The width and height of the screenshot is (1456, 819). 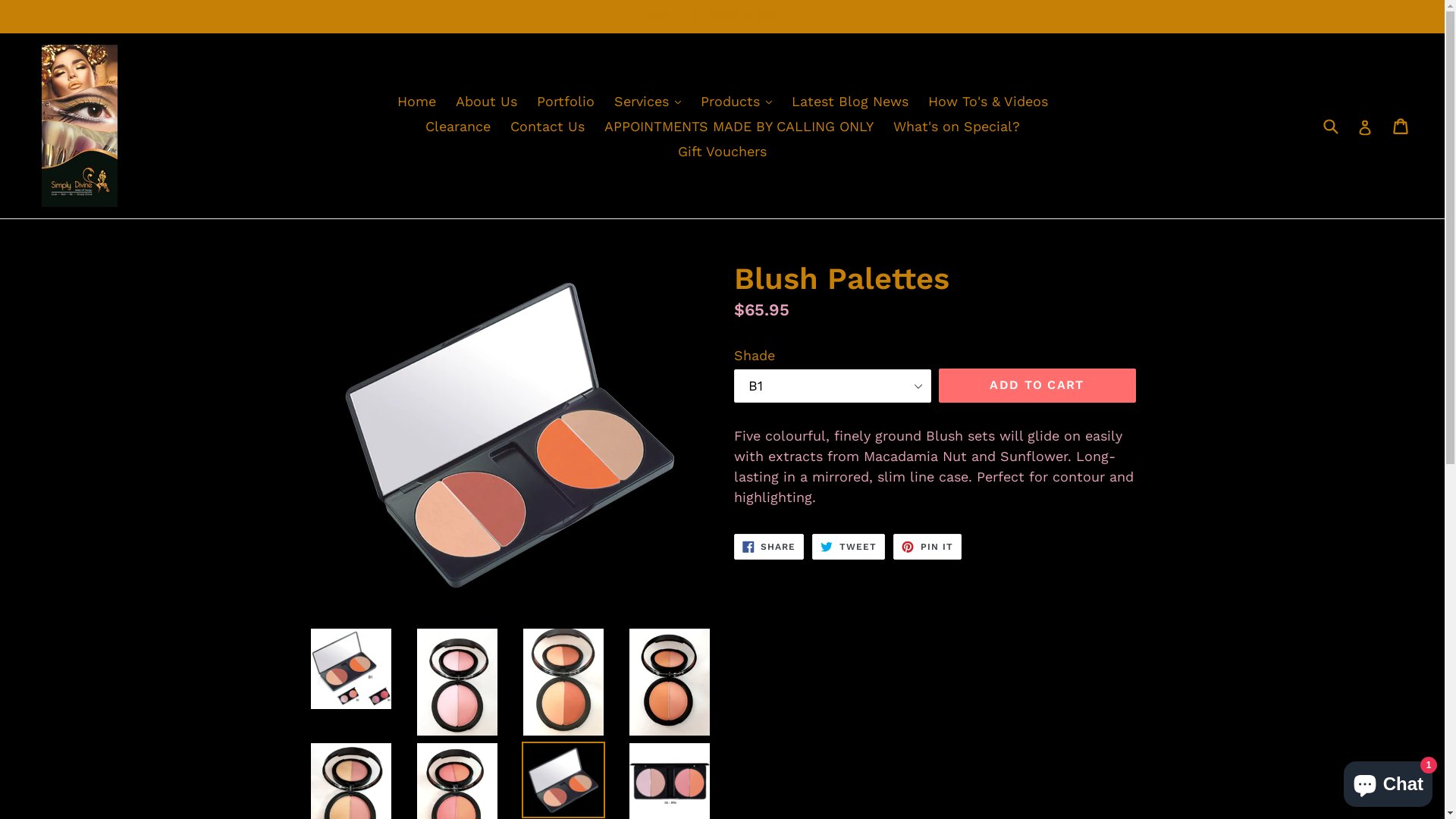 I want to click on 'Cart, so click(x=1401, y=125).